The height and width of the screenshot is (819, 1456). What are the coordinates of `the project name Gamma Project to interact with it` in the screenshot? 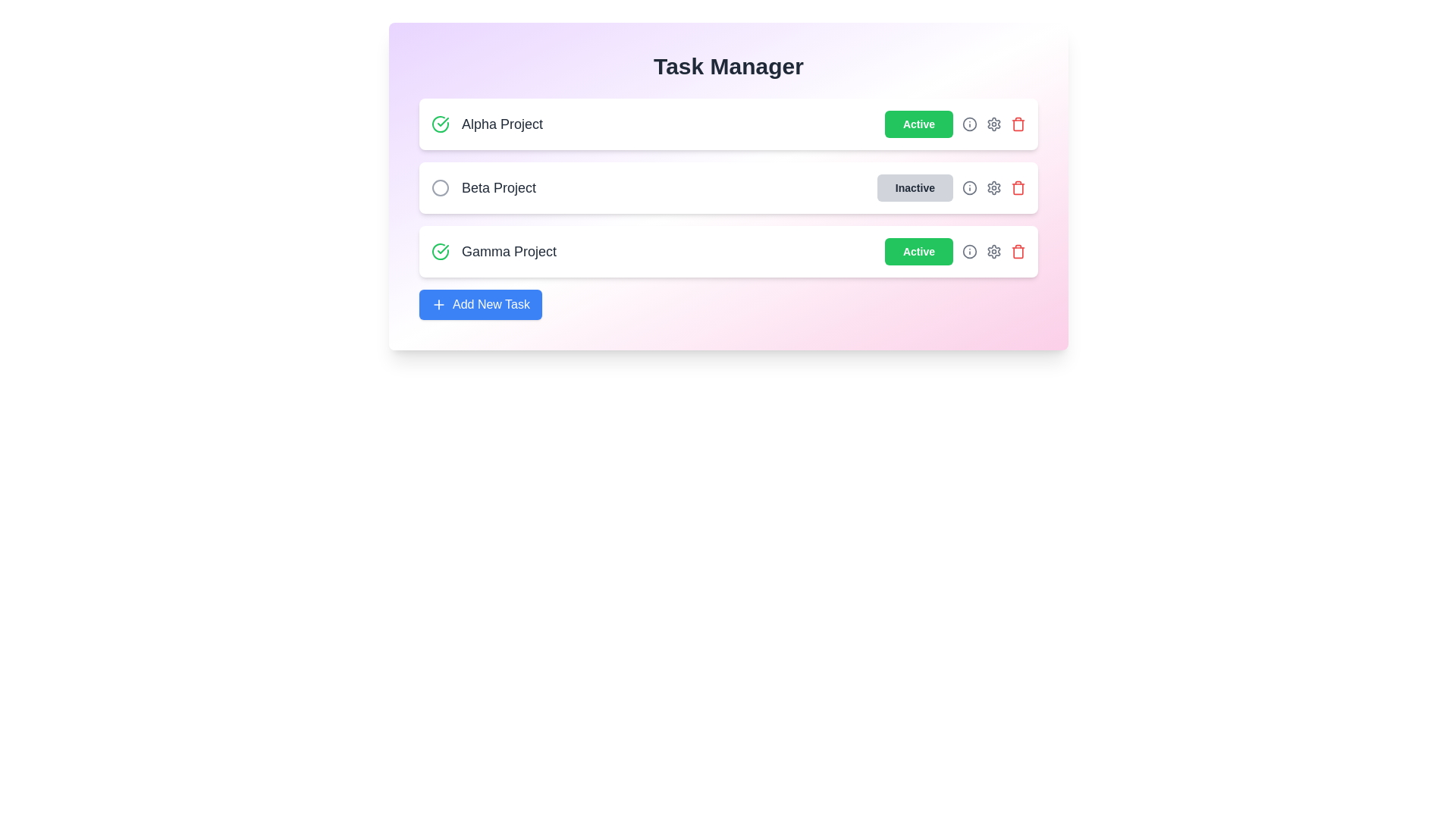 It's located at (494, 250).